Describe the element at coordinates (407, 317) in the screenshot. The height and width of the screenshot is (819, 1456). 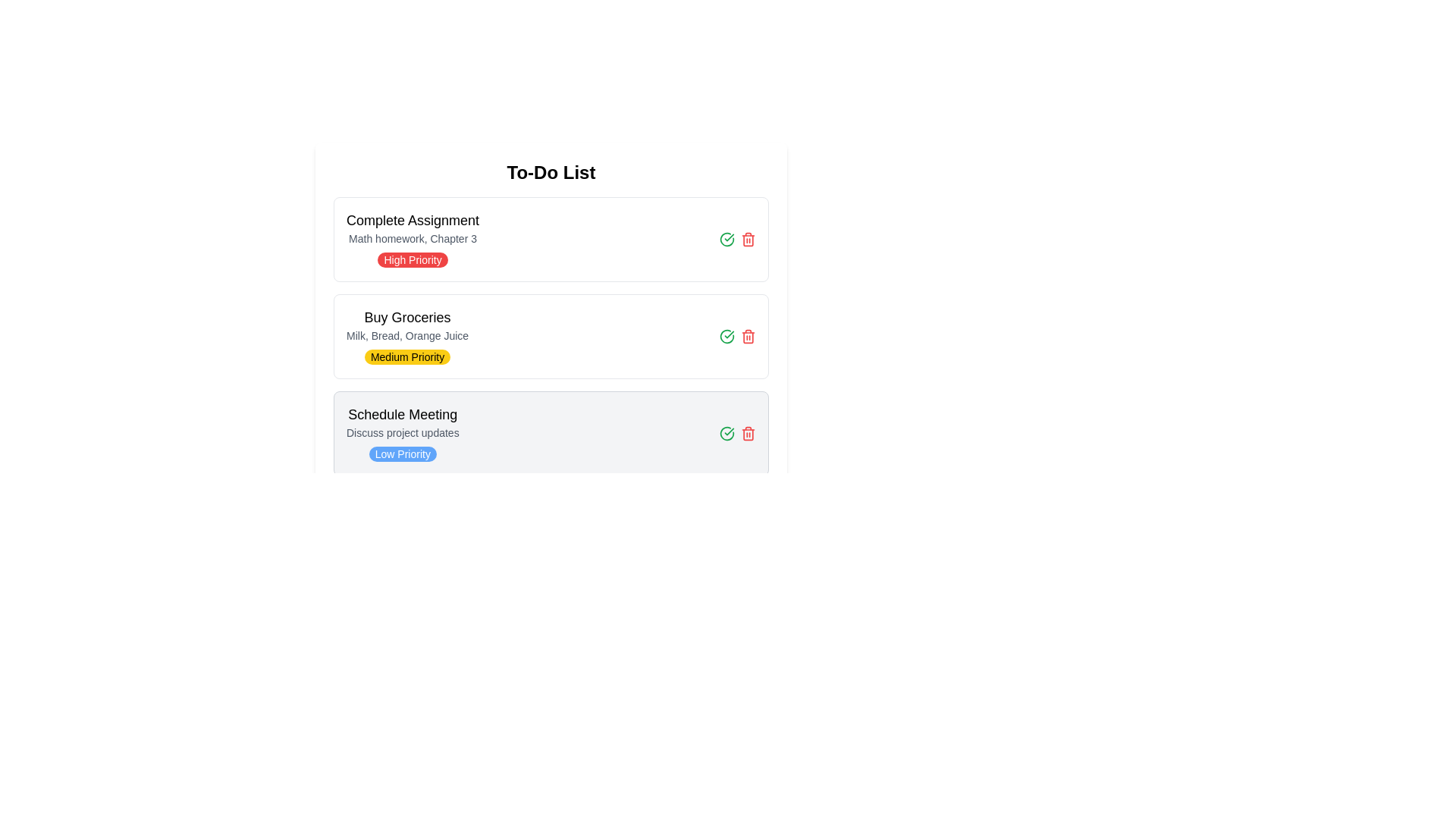
I see `the Text Label representing the title or heading of the task in the second card of the To-Do List, located below the 'Complete Assignment' card` at that location.